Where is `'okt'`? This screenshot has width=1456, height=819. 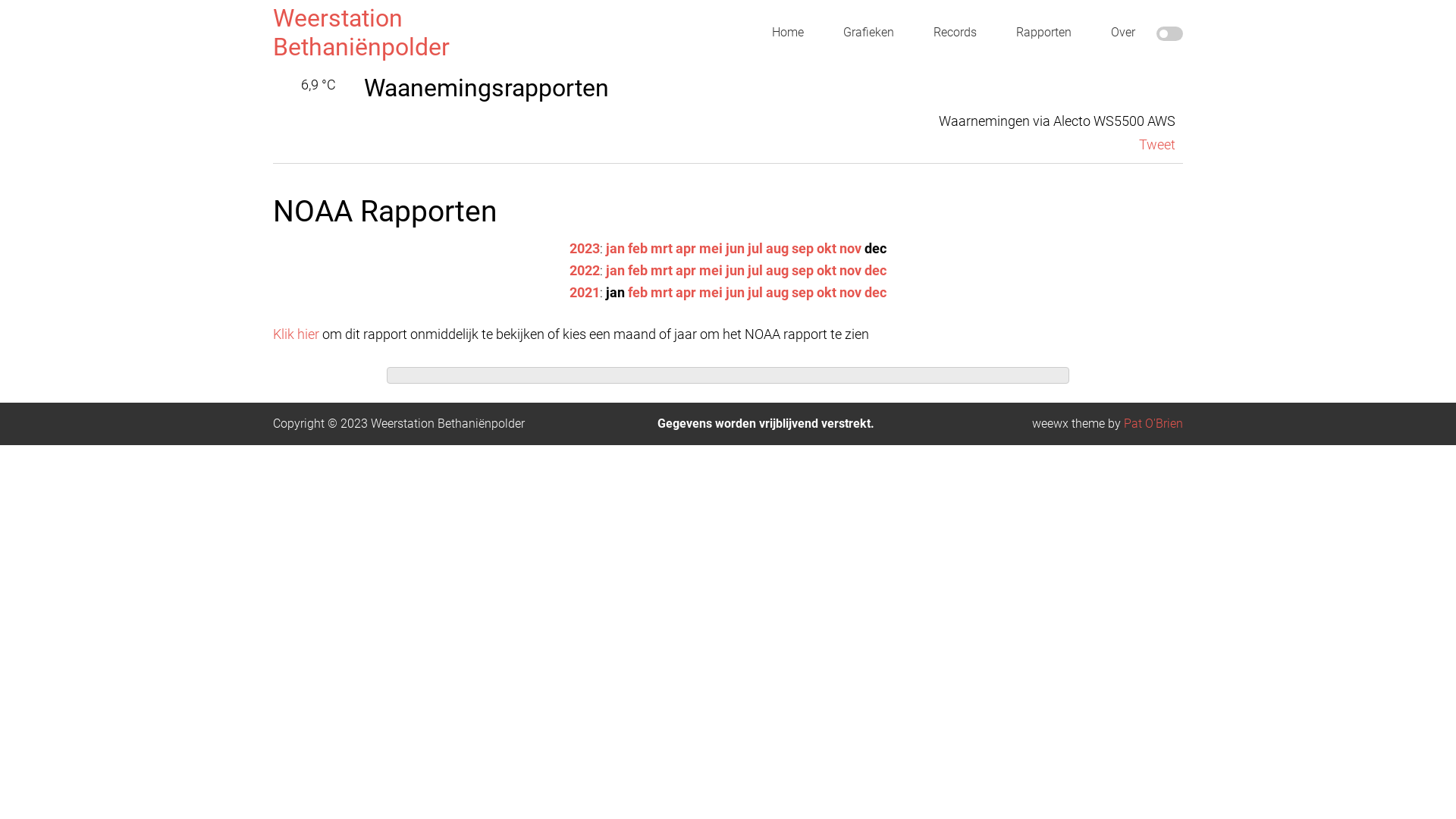 'okt' is located at coordinates (825, 269).